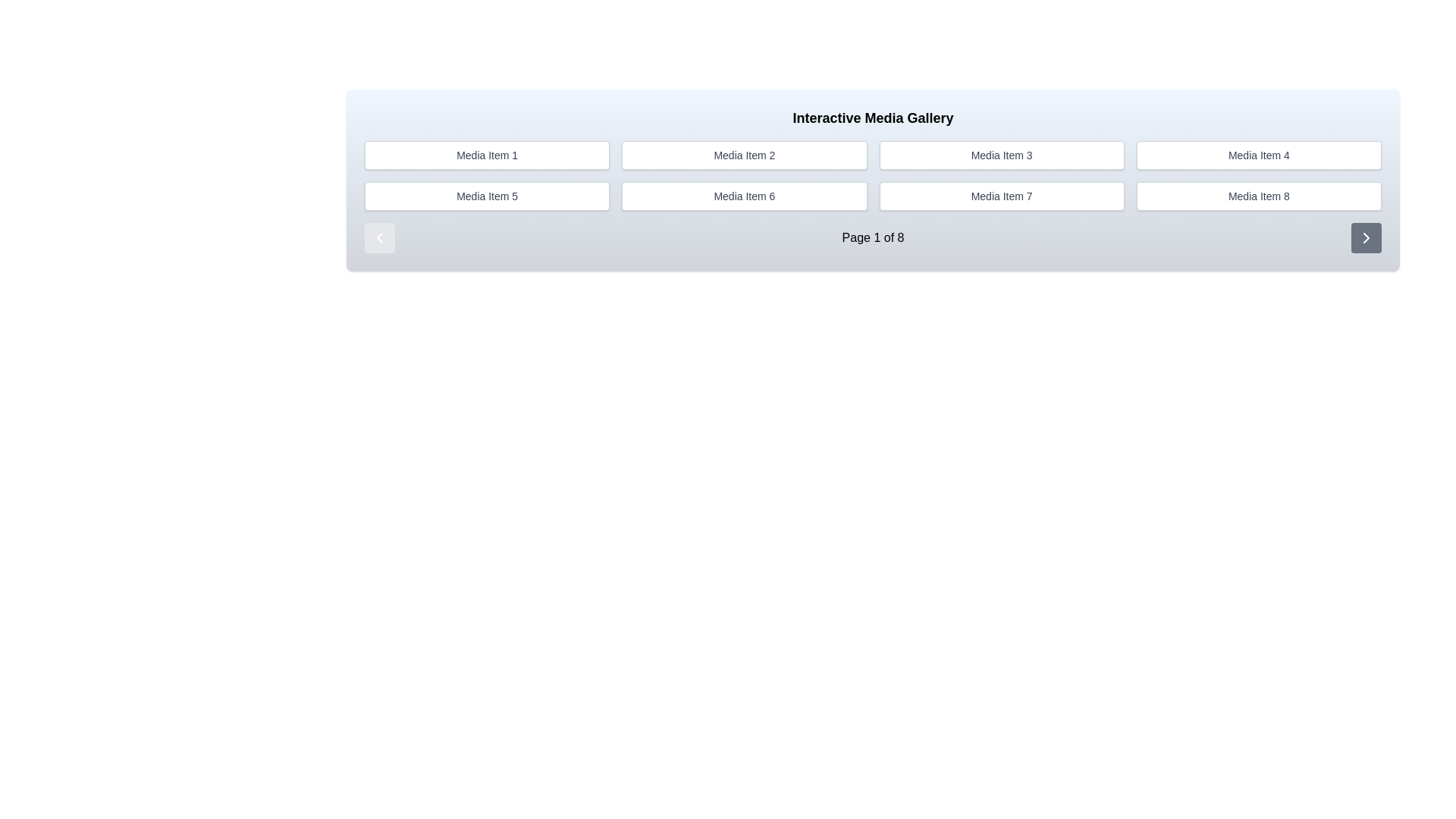 The width and height of the screenshot is (1456, 819). What do you see at coordinates (1366, 237) in the screenshot?
I see `the button located at the far right of the navigation bar in the media gallery` at bounding box center [1366, 237].